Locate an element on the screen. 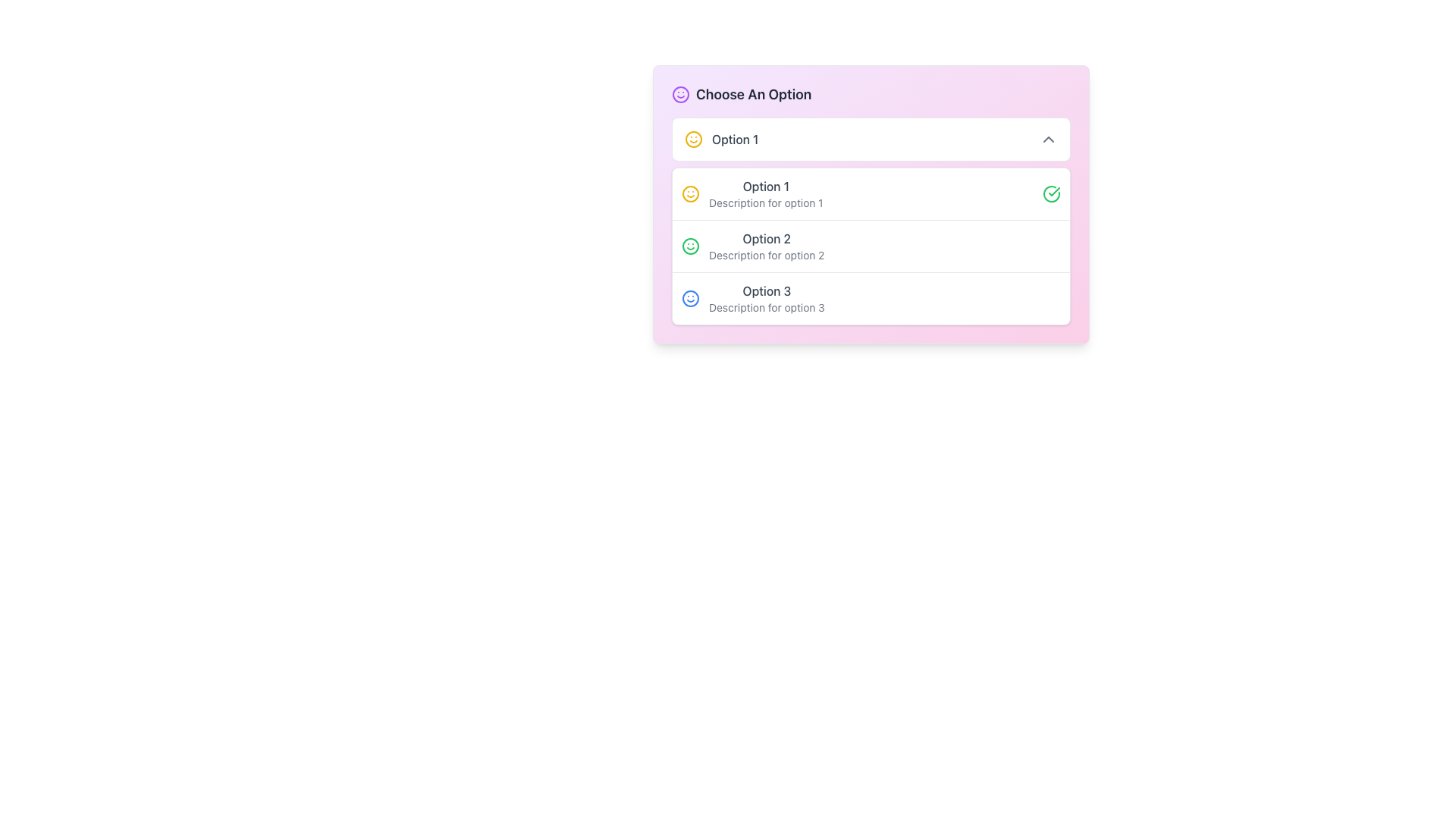 This screenshot has height=819, width=1456. the second selectable list item 'Option 2' with a green smiley icon and description is located at coordinates (871, 245).